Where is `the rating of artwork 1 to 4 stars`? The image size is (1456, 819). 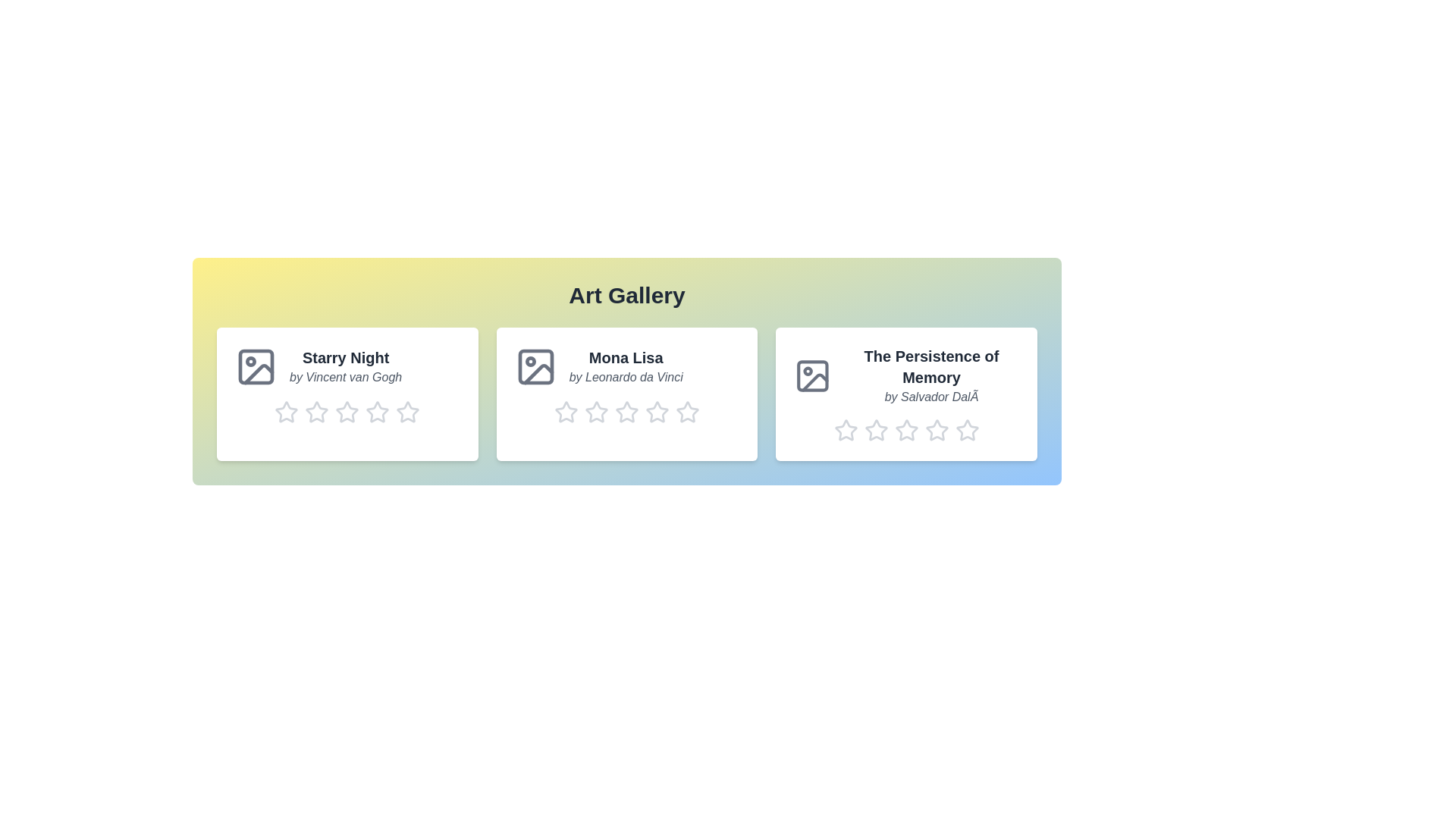 the rating of artwork 1 to 4 stars is located at coordinates (365, 412).